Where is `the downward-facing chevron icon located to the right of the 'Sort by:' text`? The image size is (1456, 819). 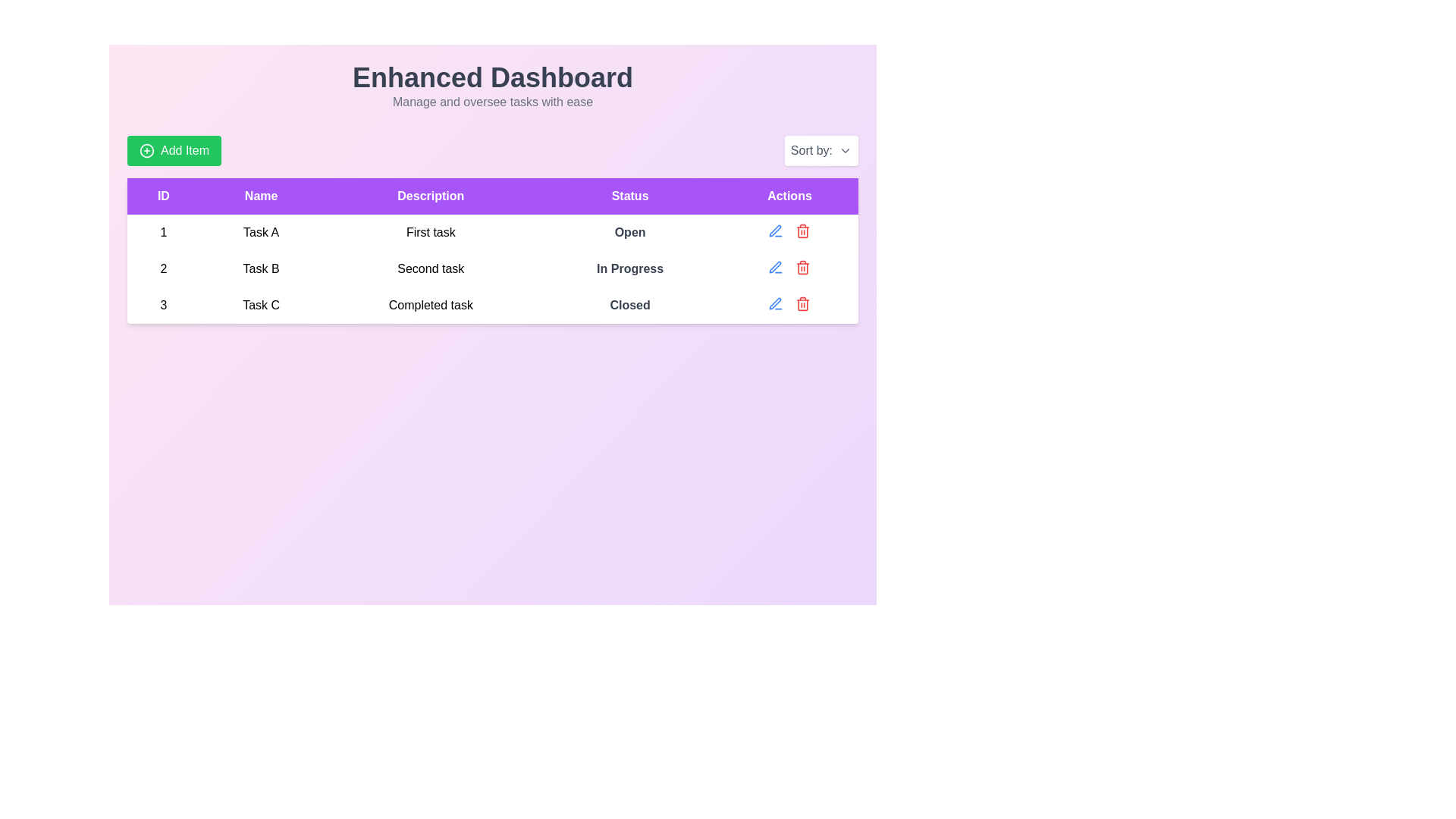 the downward-facing chevron icon located to the right of the 'Sort by:' text is located at coordinates (844, 151).